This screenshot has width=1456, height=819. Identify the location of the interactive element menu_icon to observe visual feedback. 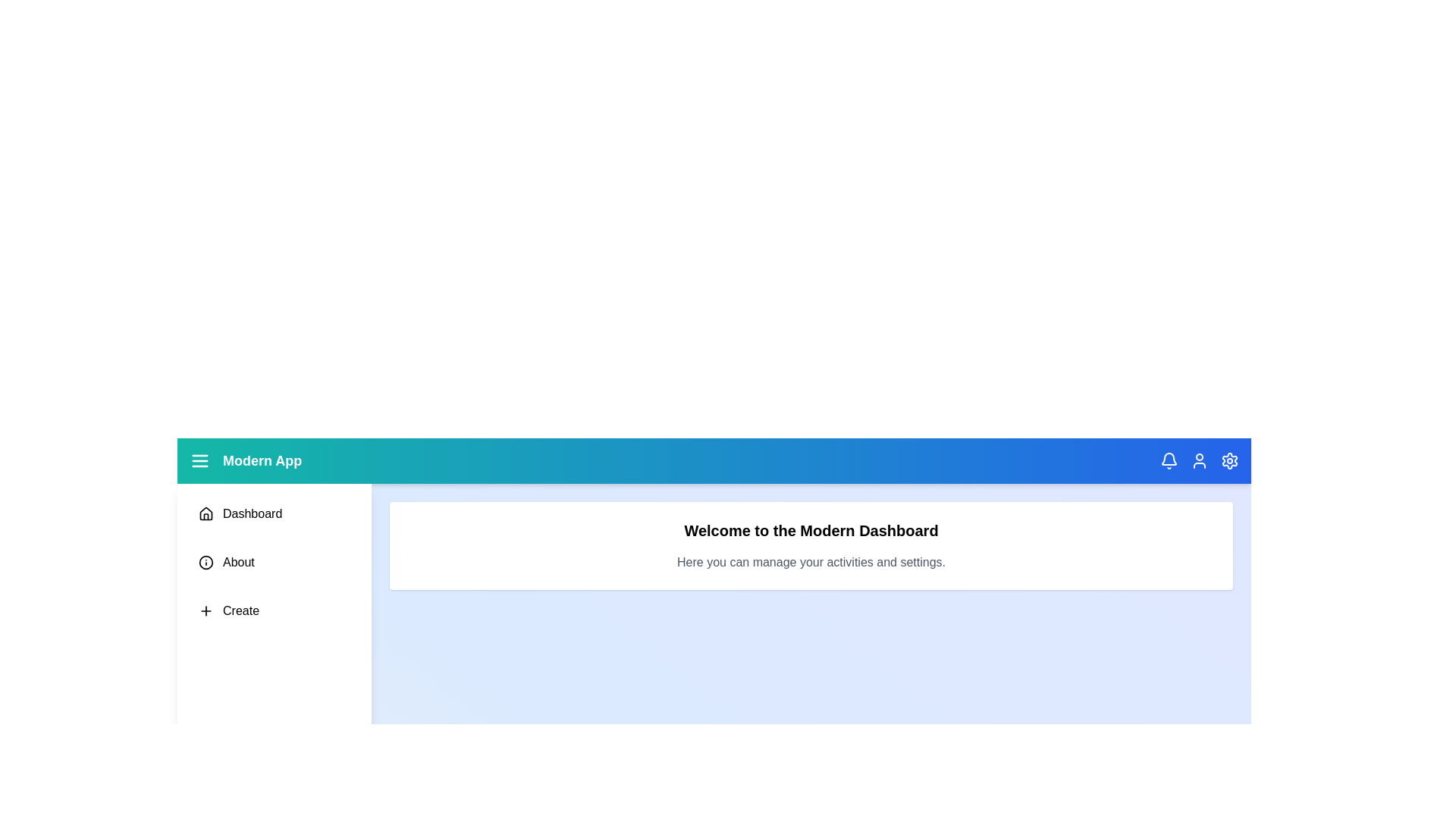
(199, 460).